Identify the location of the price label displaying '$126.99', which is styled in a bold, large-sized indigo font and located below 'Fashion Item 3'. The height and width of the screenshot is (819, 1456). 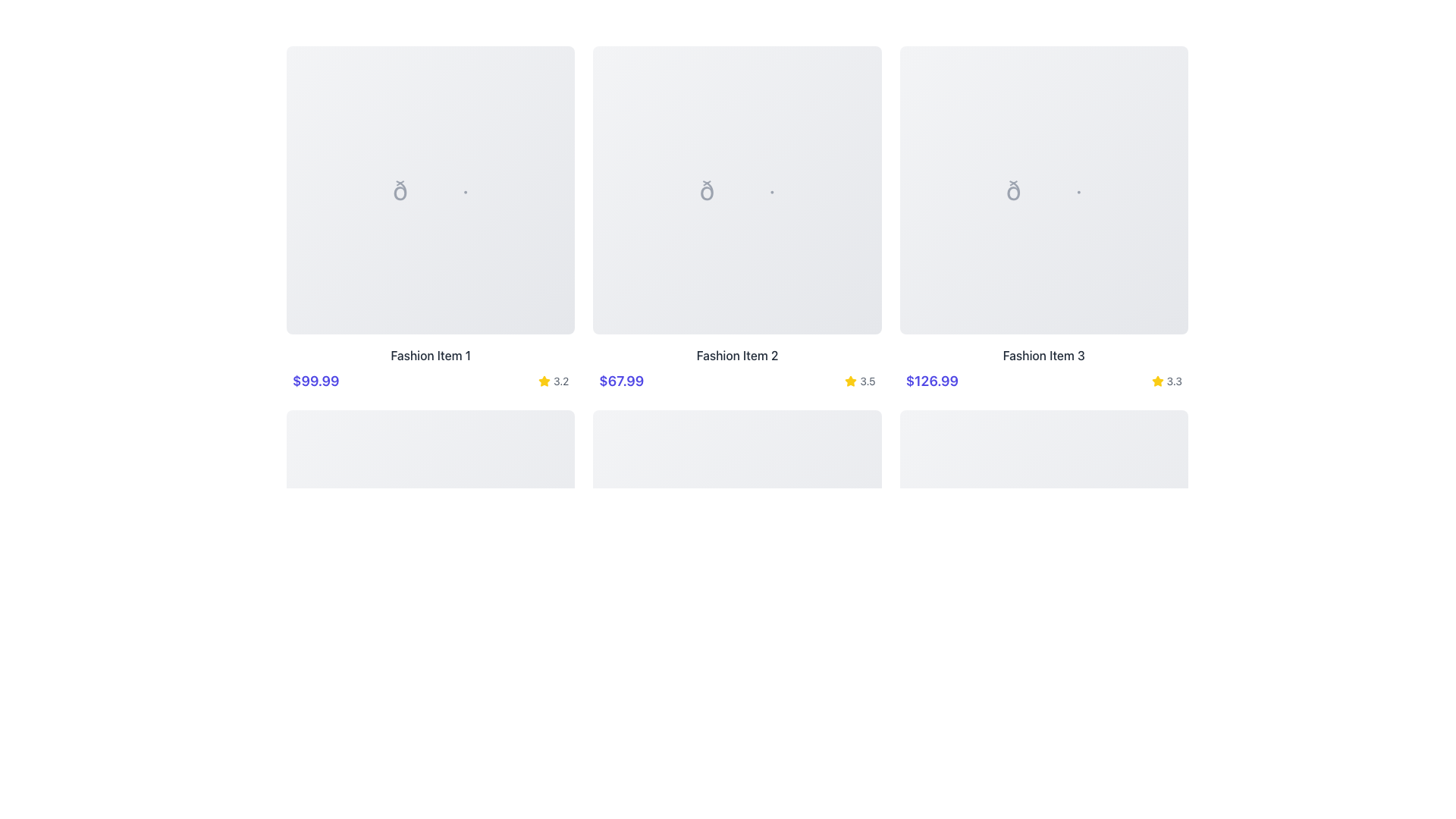
(931, 381).